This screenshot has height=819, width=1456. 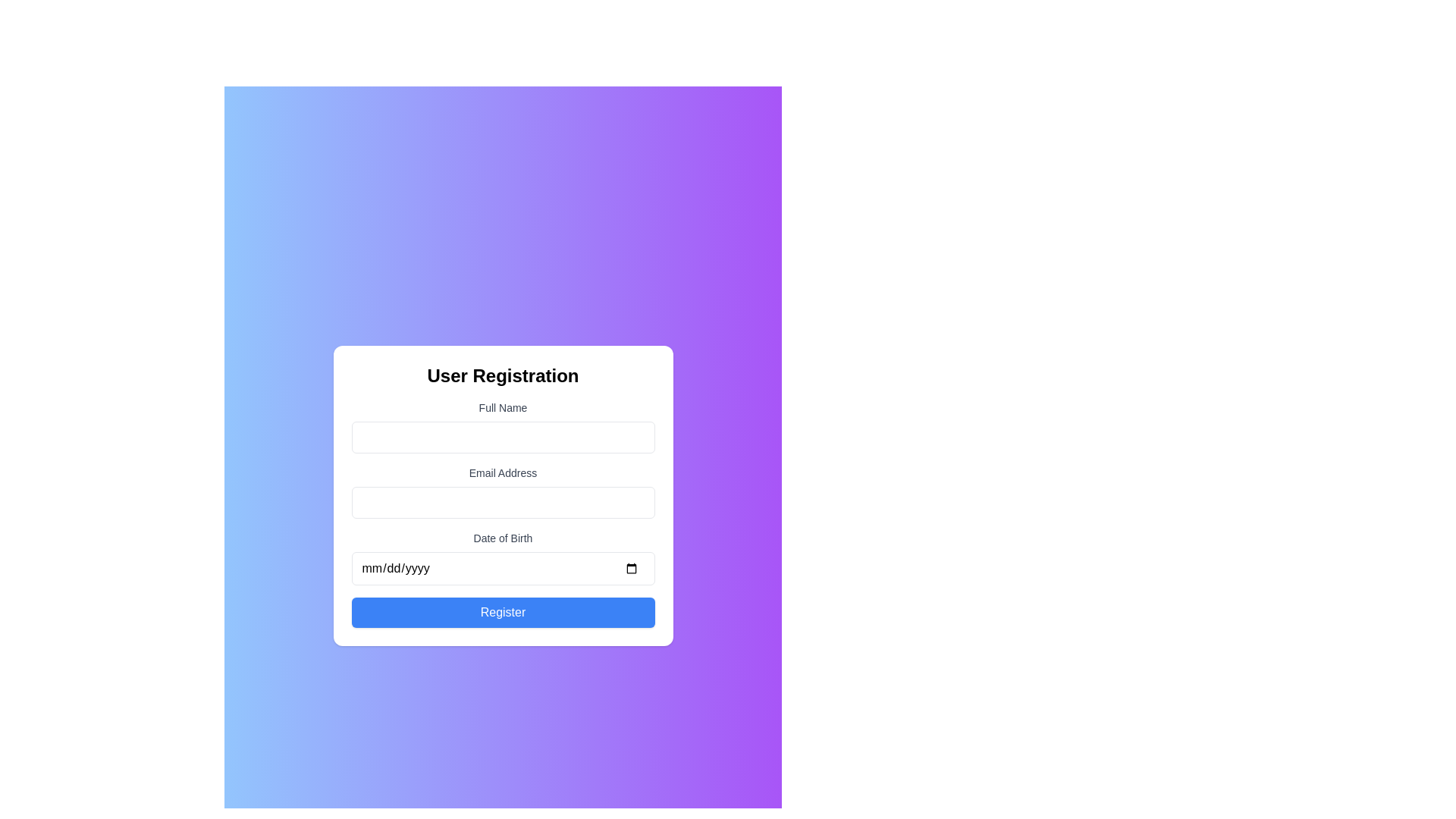 What do you see at coordinates (503, 558) in the screenshot?
I see `a date from the calendar in the 'Date of Birth' input field, which is styled with rounded corners and has a calendar icon on its right, located in the 'User Registration' form` at bounding box center [503, 558].